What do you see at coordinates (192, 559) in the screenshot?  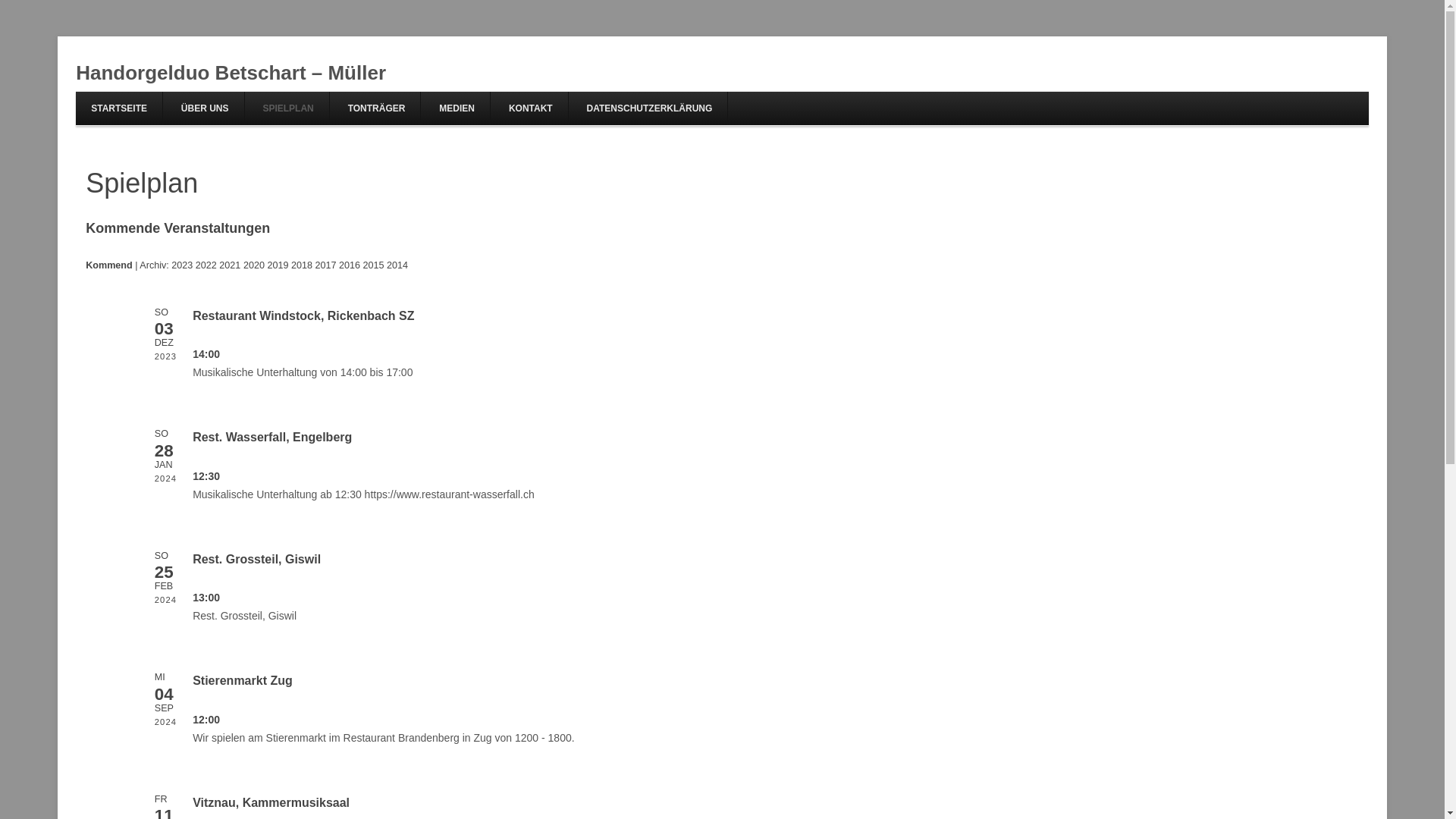 I see `'Rest. Grossteil, Giswil'` at bounding box center [192, 559].